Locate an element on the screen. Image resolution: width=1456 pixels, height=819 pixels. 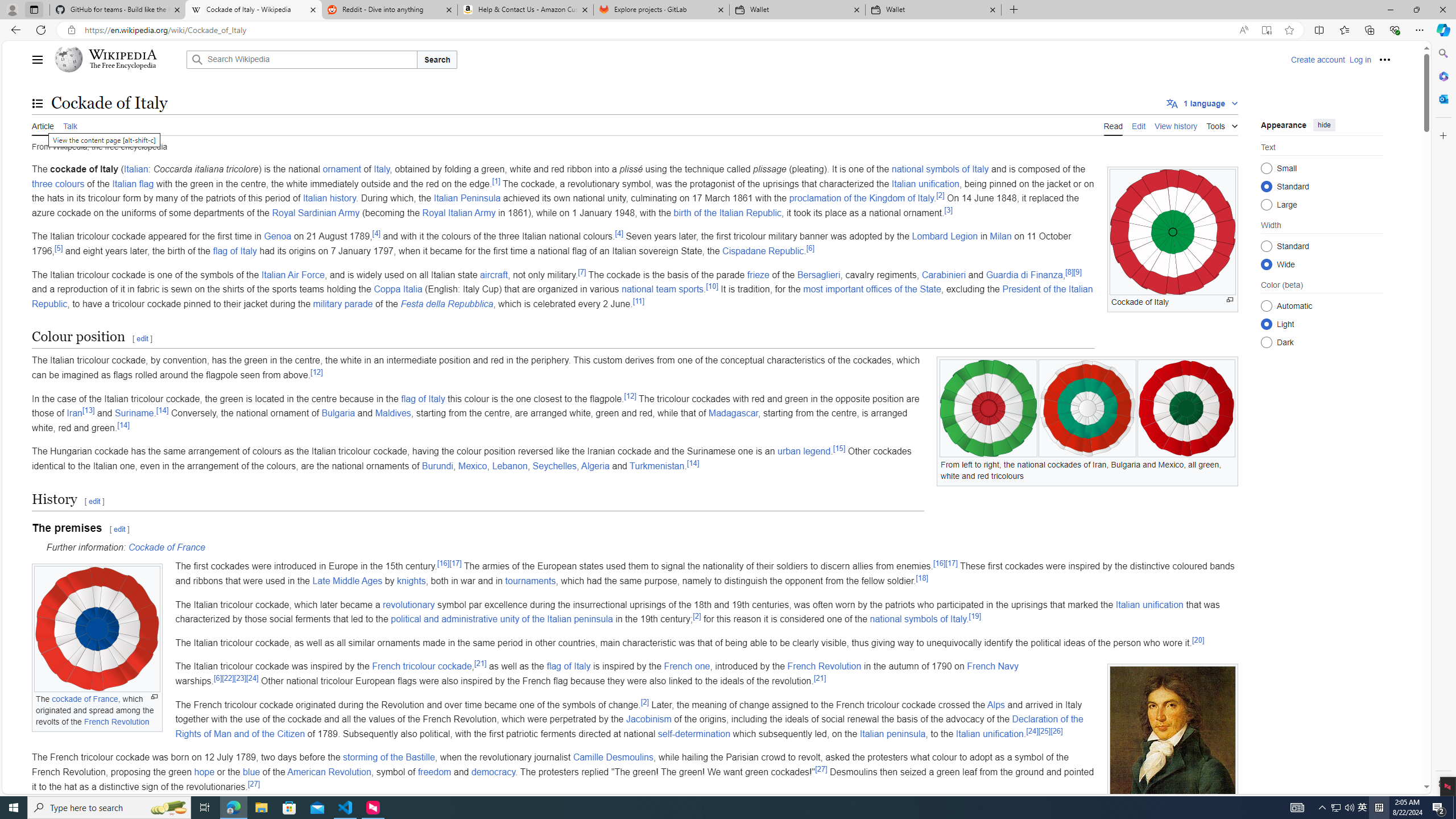
'[2]' is located at coordinates (644, 701).